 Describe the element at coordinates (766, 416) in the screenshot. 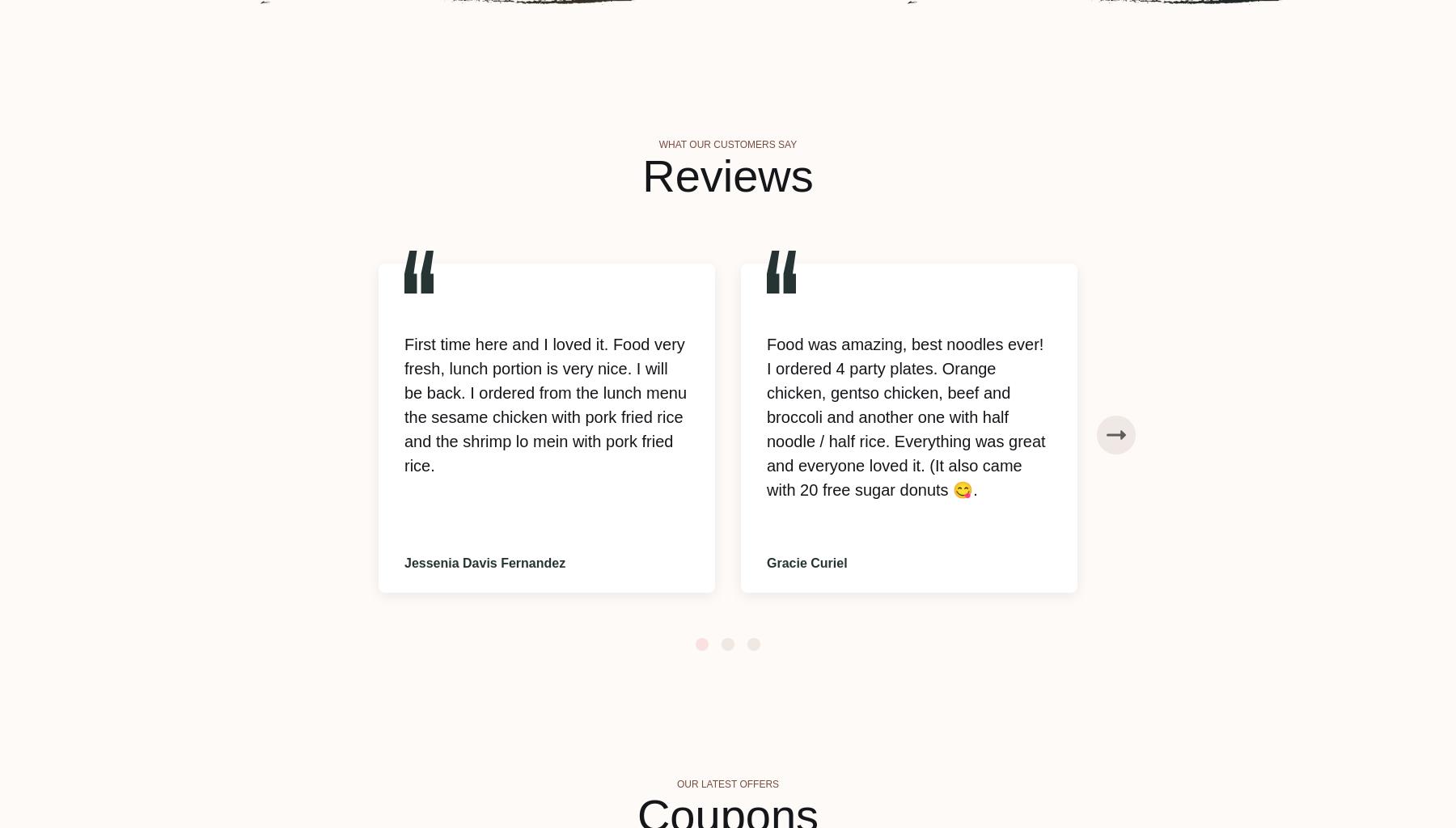

I see `'Food was amazing, best noodles ever! I ordered 4 party plates. Orange chicken, gentso chicken, beef and broccoli and another one with half noodle / half rice. Everything was great and everyone loved it. (It also came with 20 free sugar donuts 😋.'` at that location.